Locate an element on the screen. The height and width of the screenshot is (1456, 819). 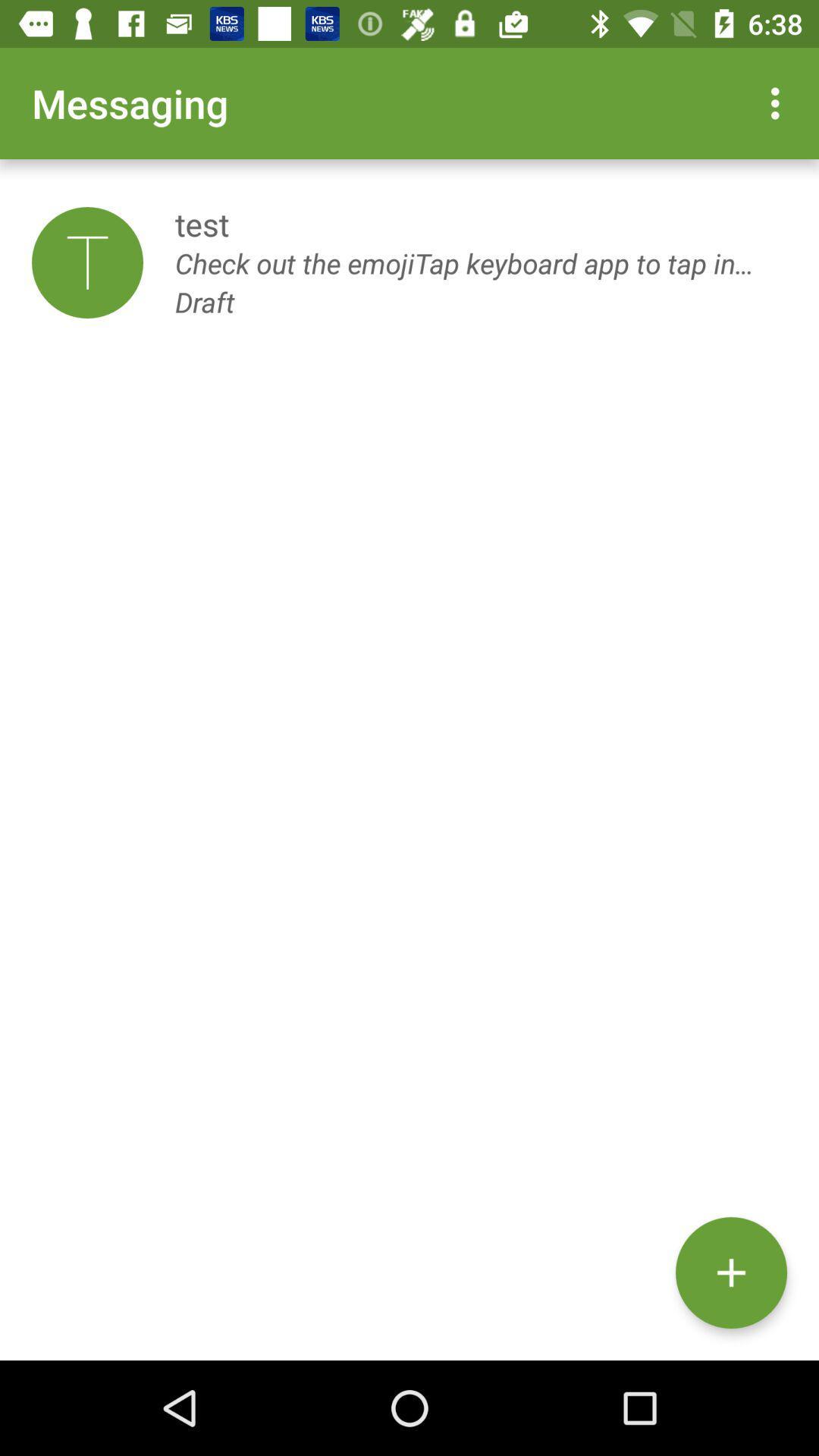
the icon to the left of test icon is located at coordinates (87, 262).